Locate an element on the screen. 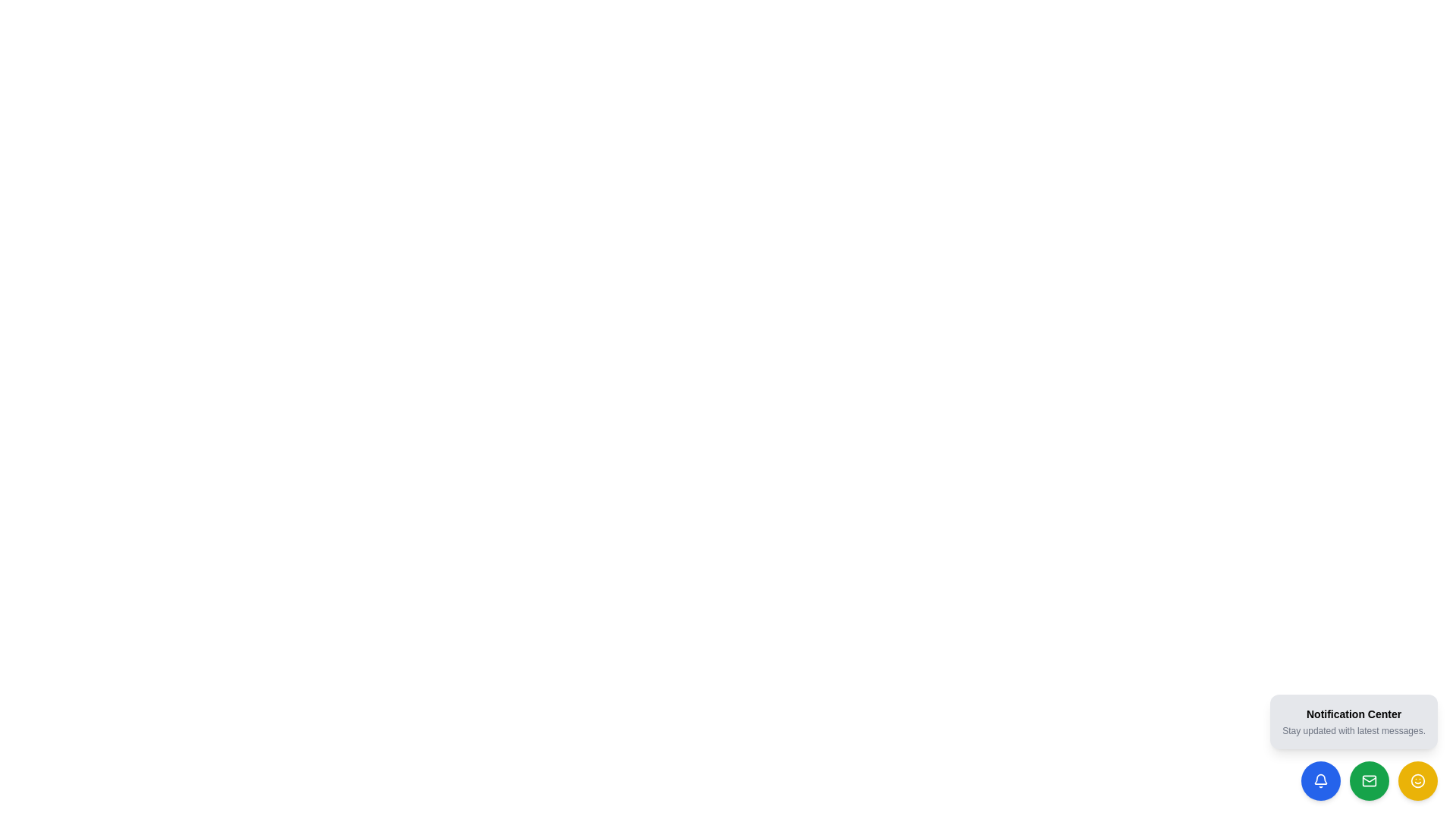 Image resolution: width=1456 pixels, height=819 pixels. the green circular icon button in the bottom-right corner is located at coordinates (1369, 780).